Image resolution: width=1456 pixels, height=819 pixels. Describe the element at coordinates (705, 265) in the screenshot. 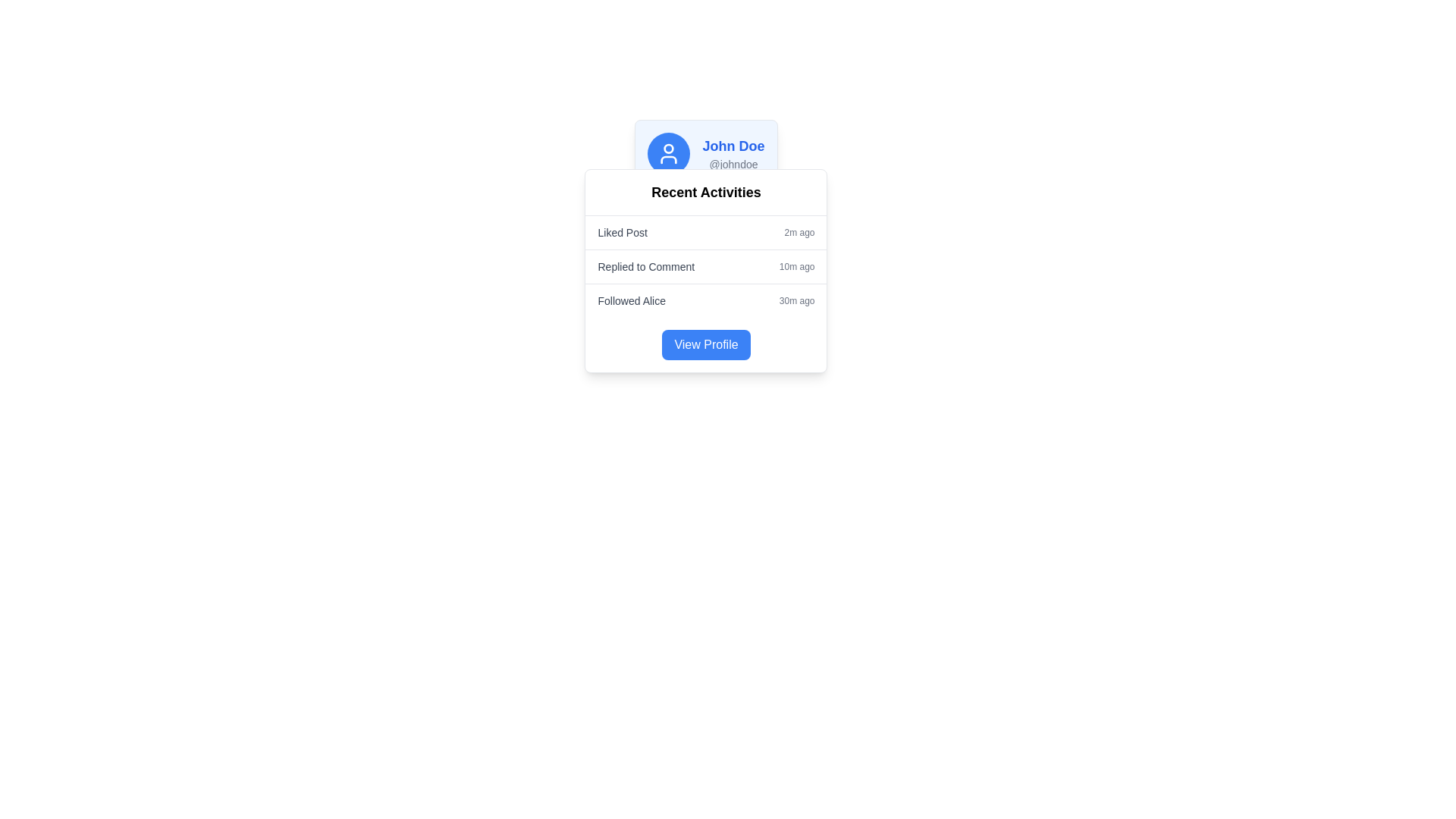

I see `the list item that reads 'Replied to Comment' with a timestamp '10m ago' in the 'Recent Activities' section` at that location.